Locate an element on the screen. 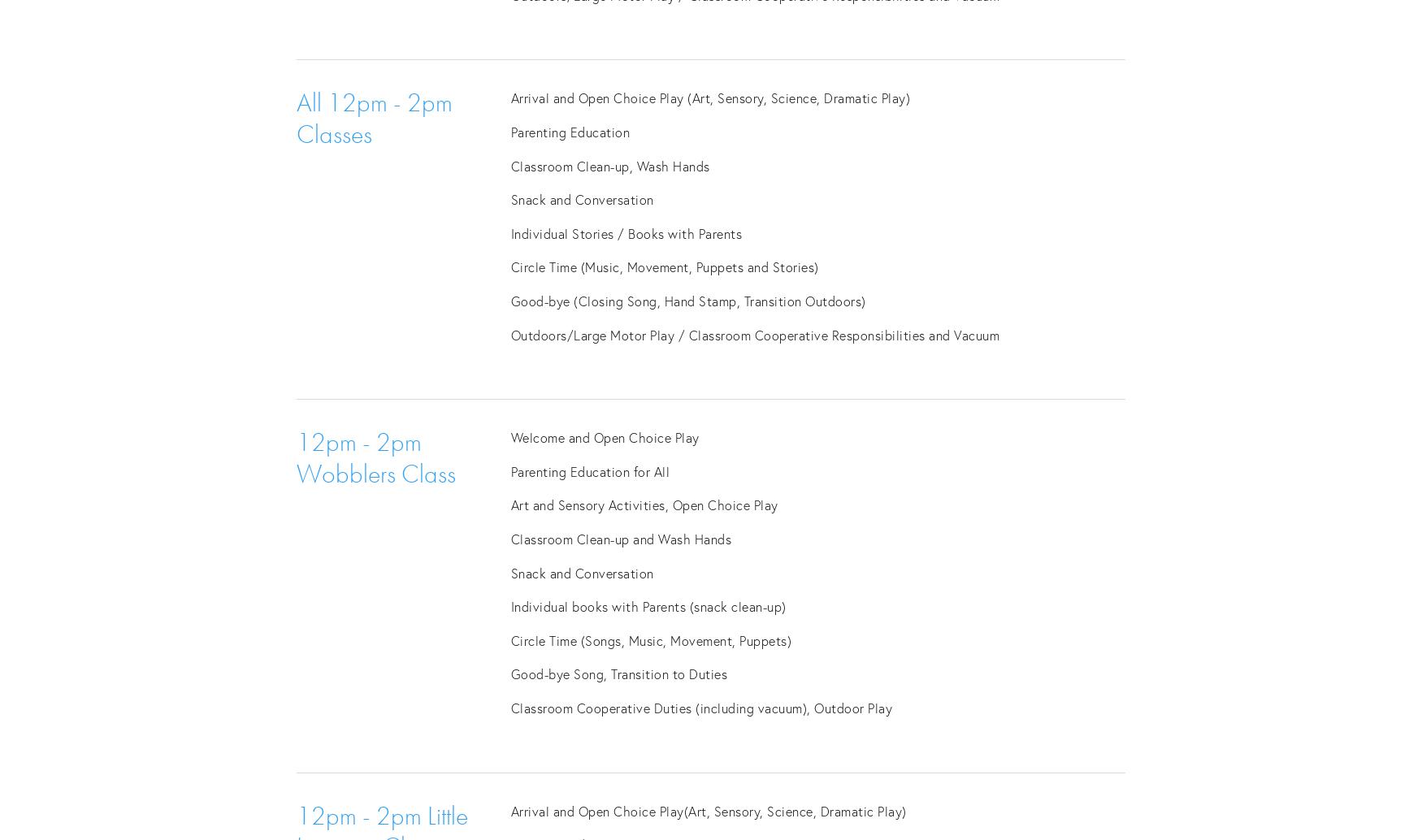 The image size is (1422, 840). 'Individual books with Parents (snack clean-up)' is located at coordinates (648, 606).